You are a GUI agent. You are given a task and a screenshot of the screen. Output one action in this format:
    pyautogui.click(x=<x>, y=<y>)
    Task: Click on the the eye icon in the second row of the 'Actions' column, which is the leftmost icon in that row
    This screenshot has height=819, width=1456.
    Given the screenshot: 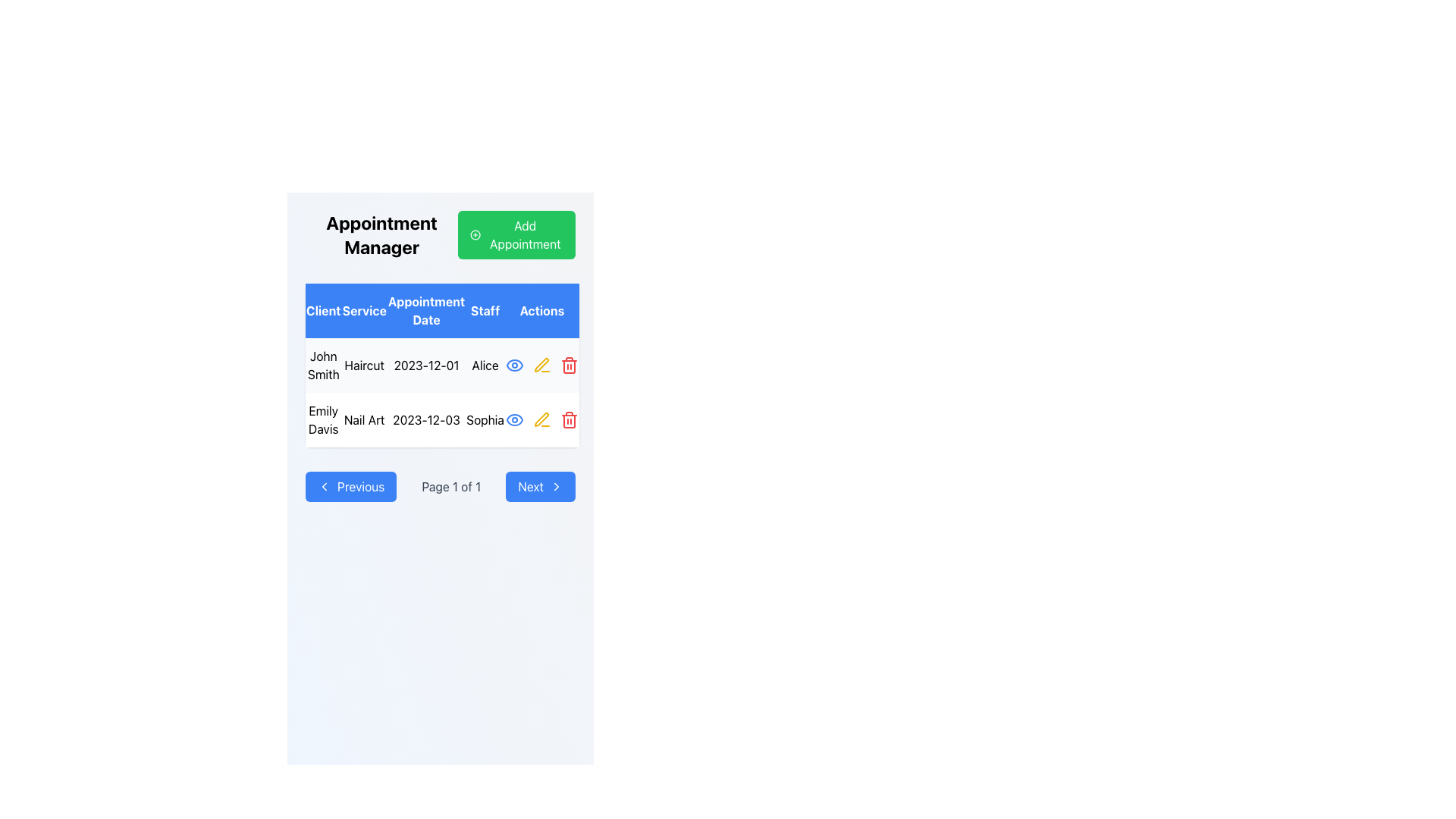 What is the action you would take?
    pyautogui.click(x=514, y=366)
    